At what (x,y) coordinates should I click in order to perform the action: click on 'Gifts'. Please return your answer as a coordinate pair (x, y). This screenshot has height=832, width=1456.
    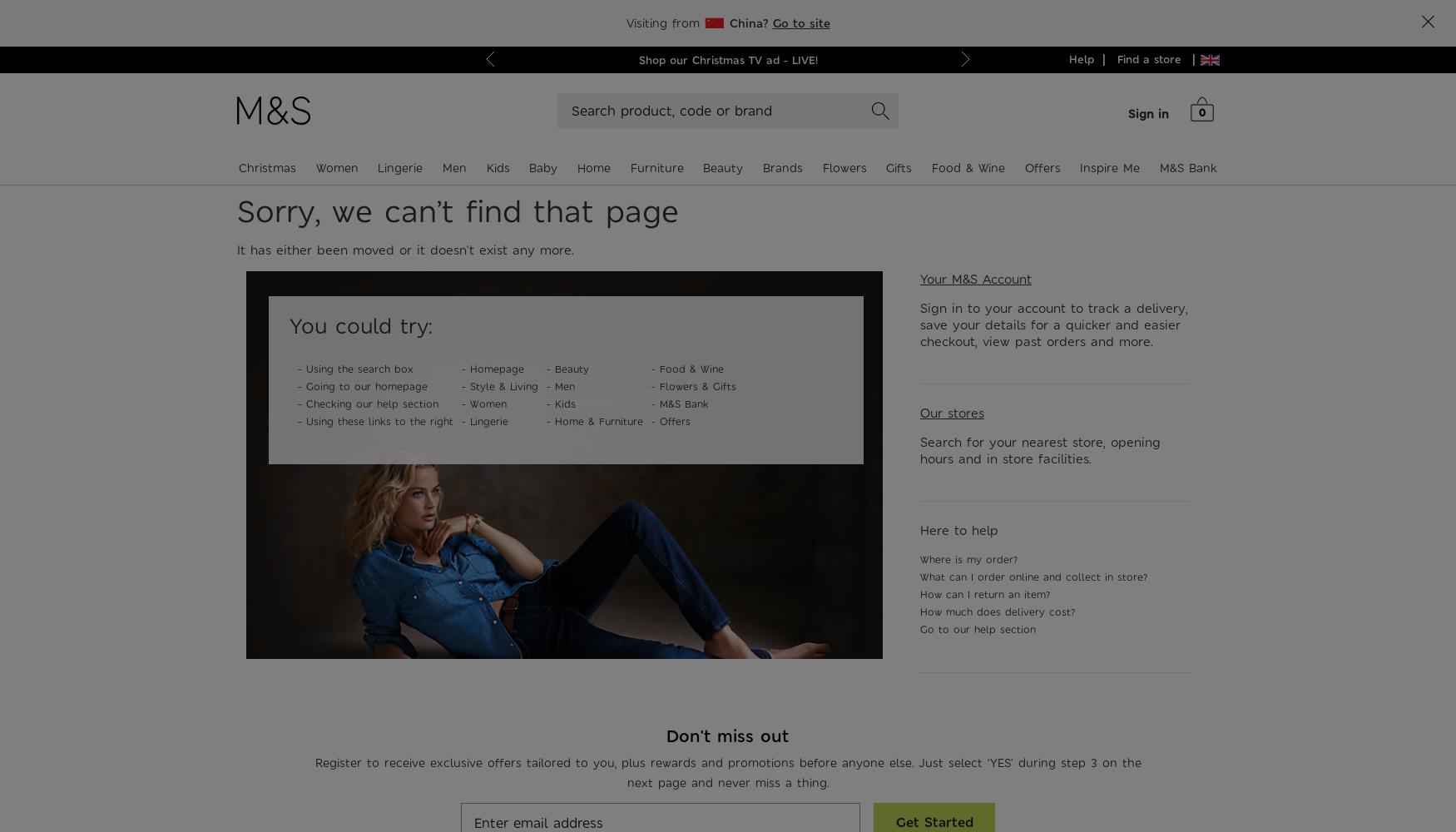
    Looking at the image, I should click on (899, 167).